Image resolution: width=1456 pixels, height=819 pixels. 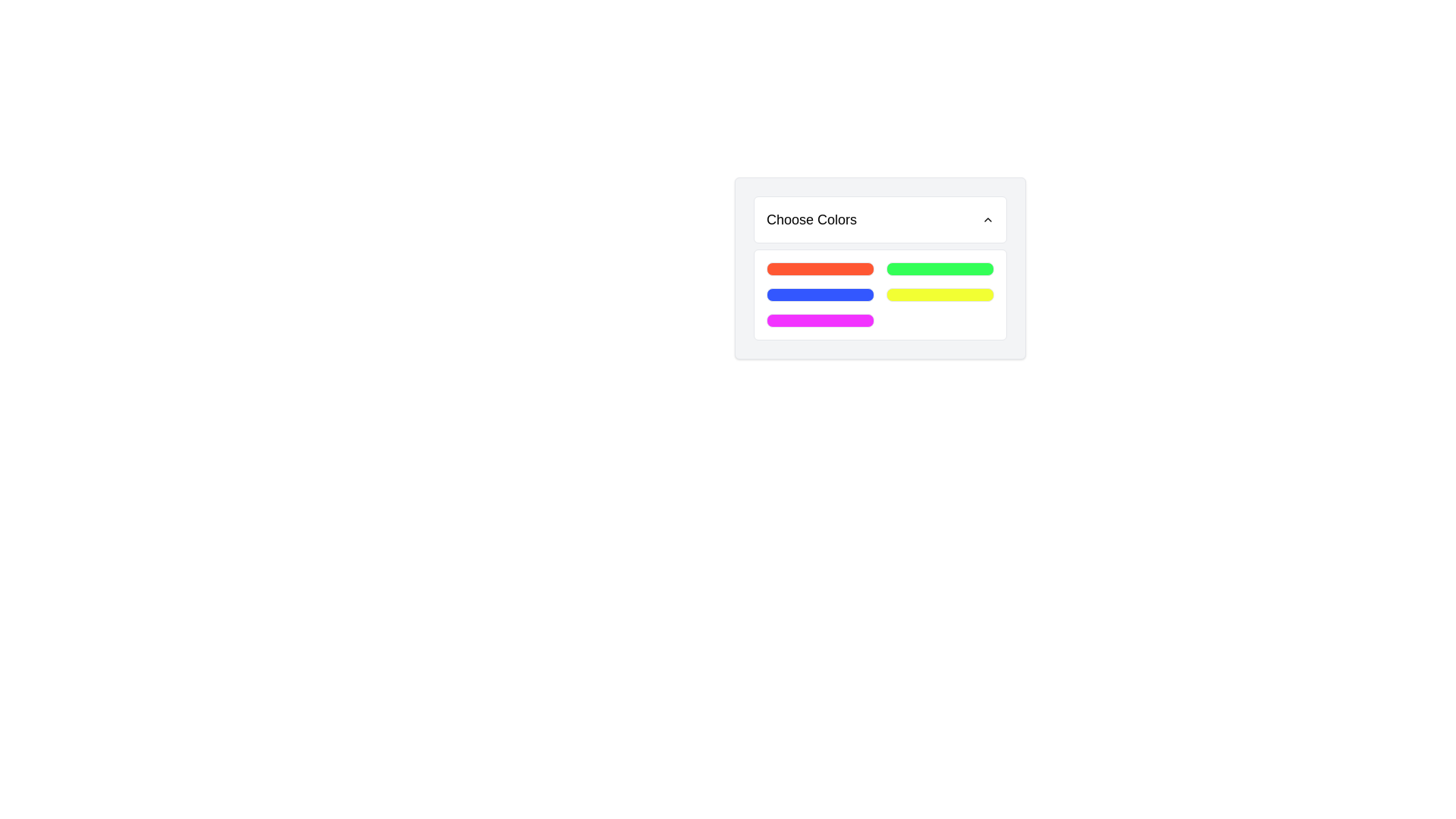 What do you see at coordinates (819, 268) in the screenshot?
I see `the first button in the 'Choose Colors' section` at bounding box center [819, 268].